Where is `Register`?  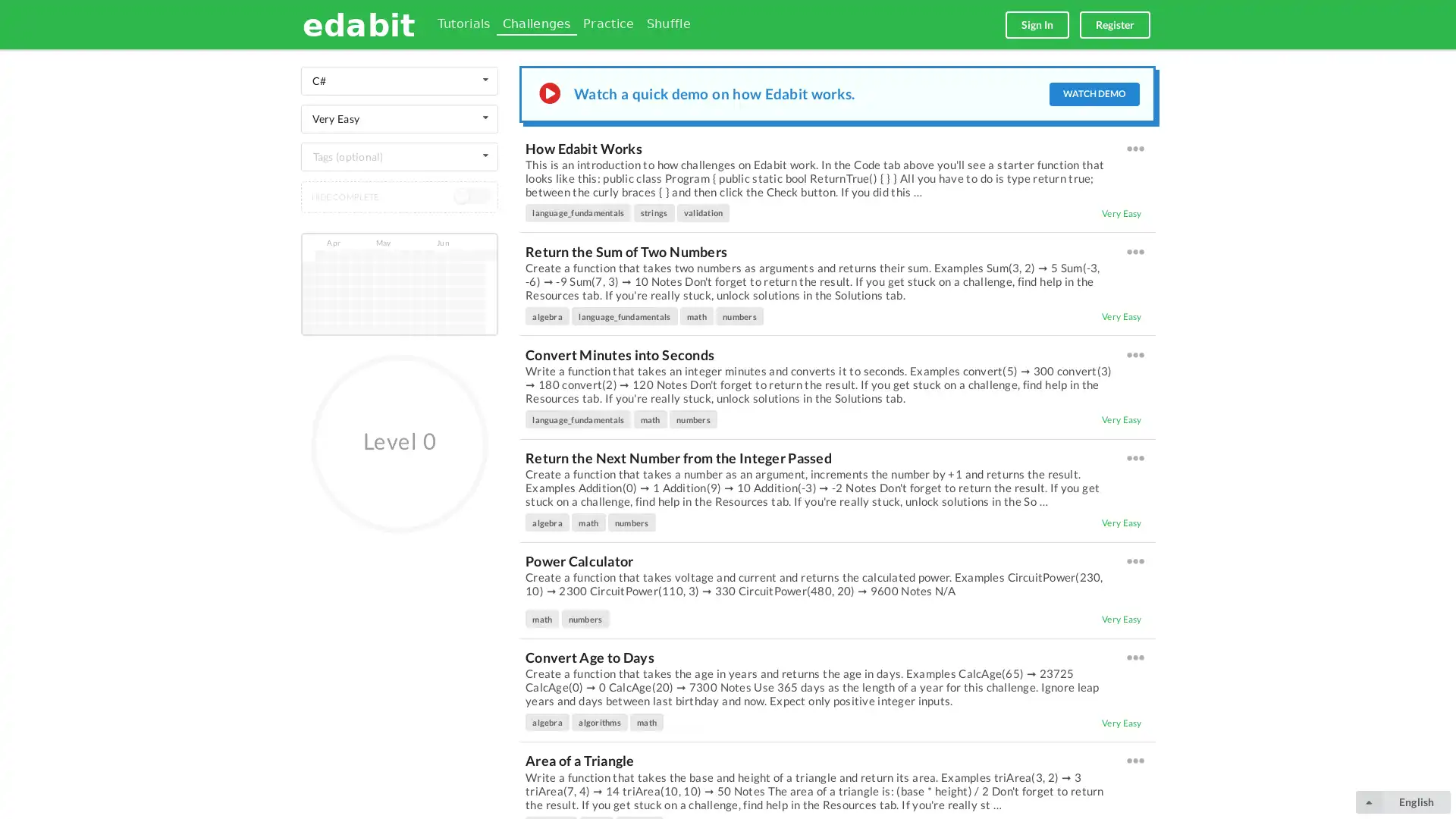 Register is located at coordinates (1114, 24).